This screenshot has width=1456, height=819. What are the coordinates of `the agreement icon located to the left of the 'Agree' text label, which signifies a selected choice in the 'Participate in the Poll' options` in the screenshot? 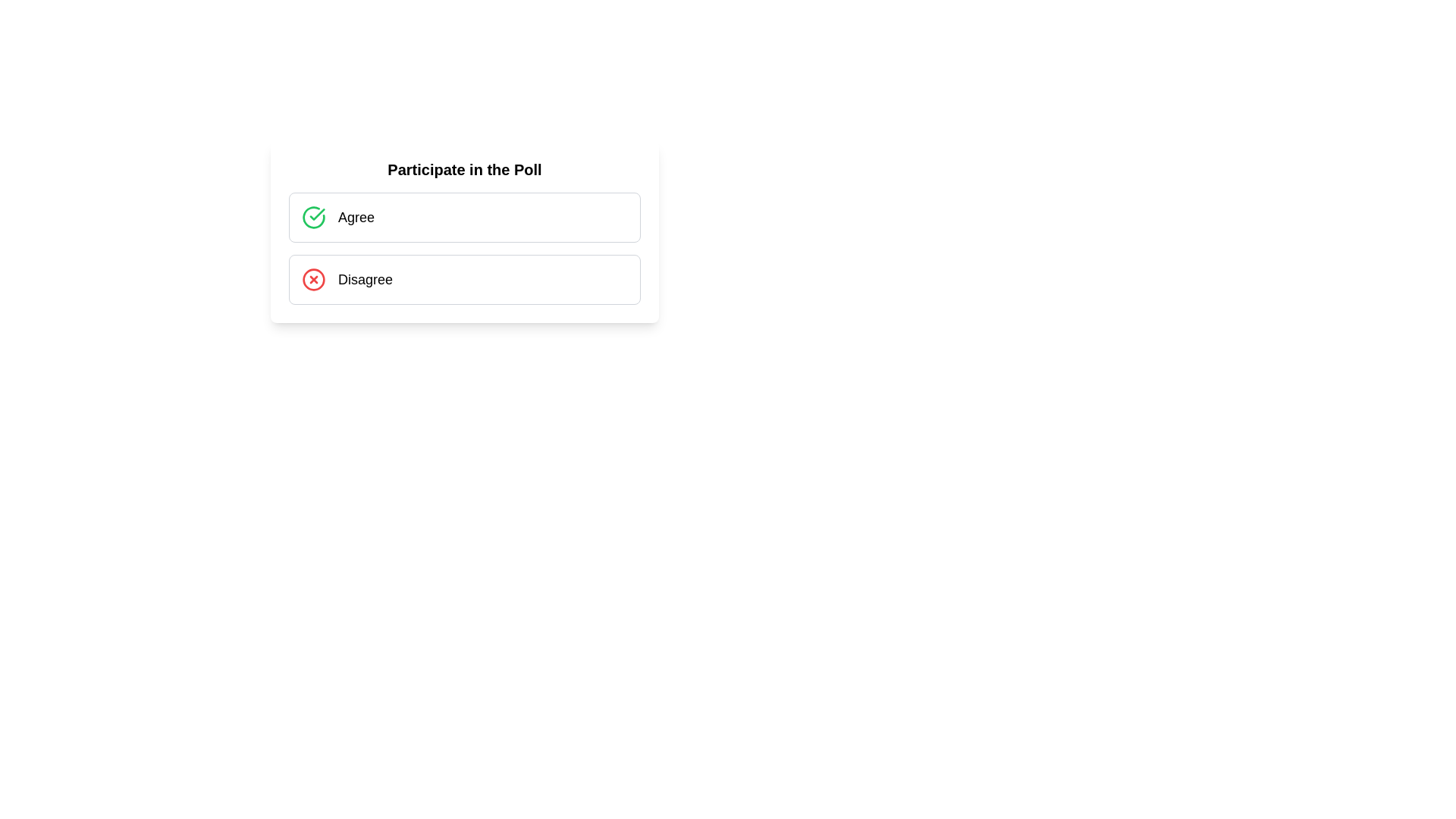 It's located at (312, 217).